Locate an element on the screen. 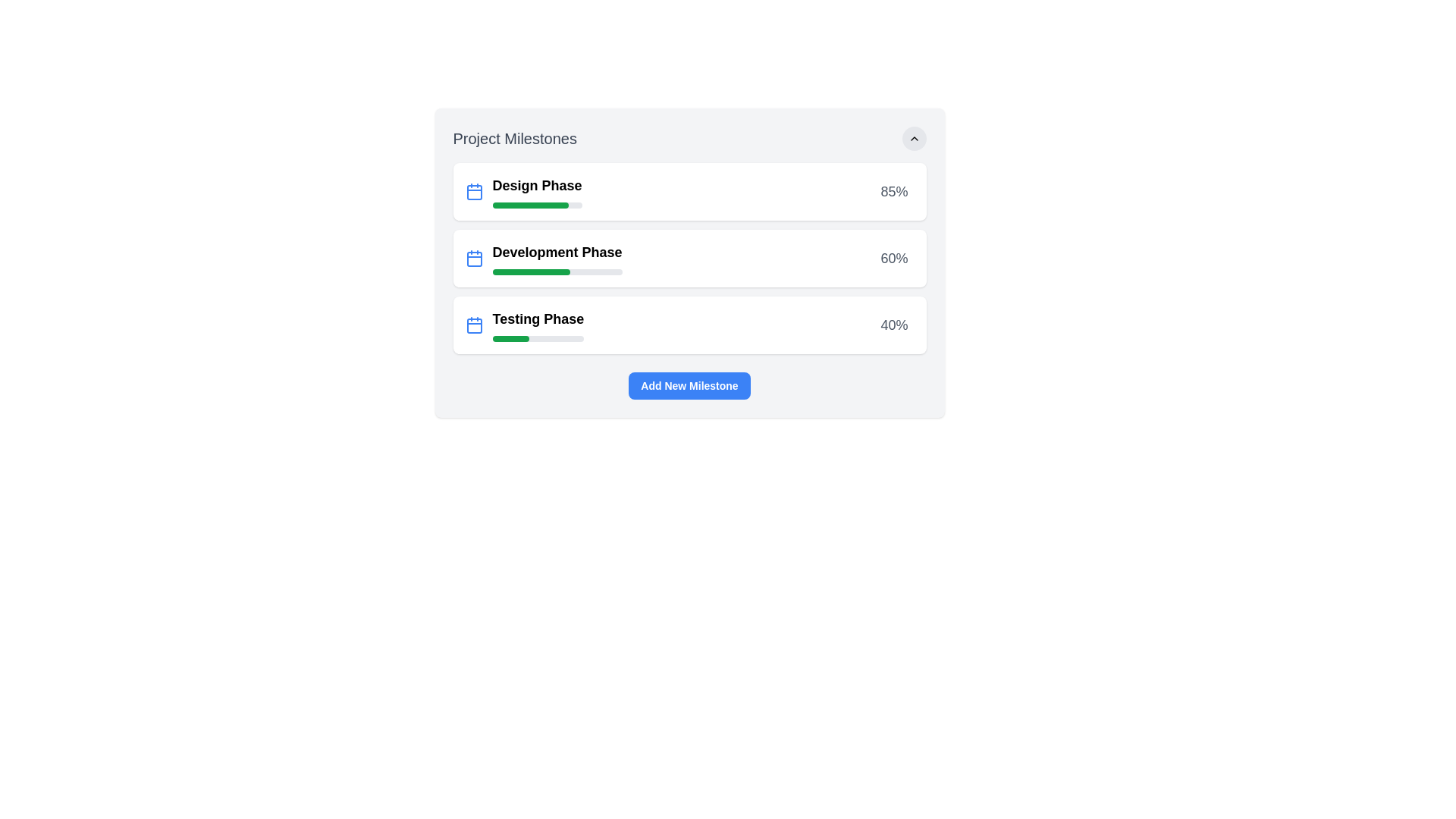  the progress bar indicating 85% completion of the 'Design Phase' milestone, located below the 'Design Phase' label in the 'Project Milestones' card is located at coordinates (537, 205).